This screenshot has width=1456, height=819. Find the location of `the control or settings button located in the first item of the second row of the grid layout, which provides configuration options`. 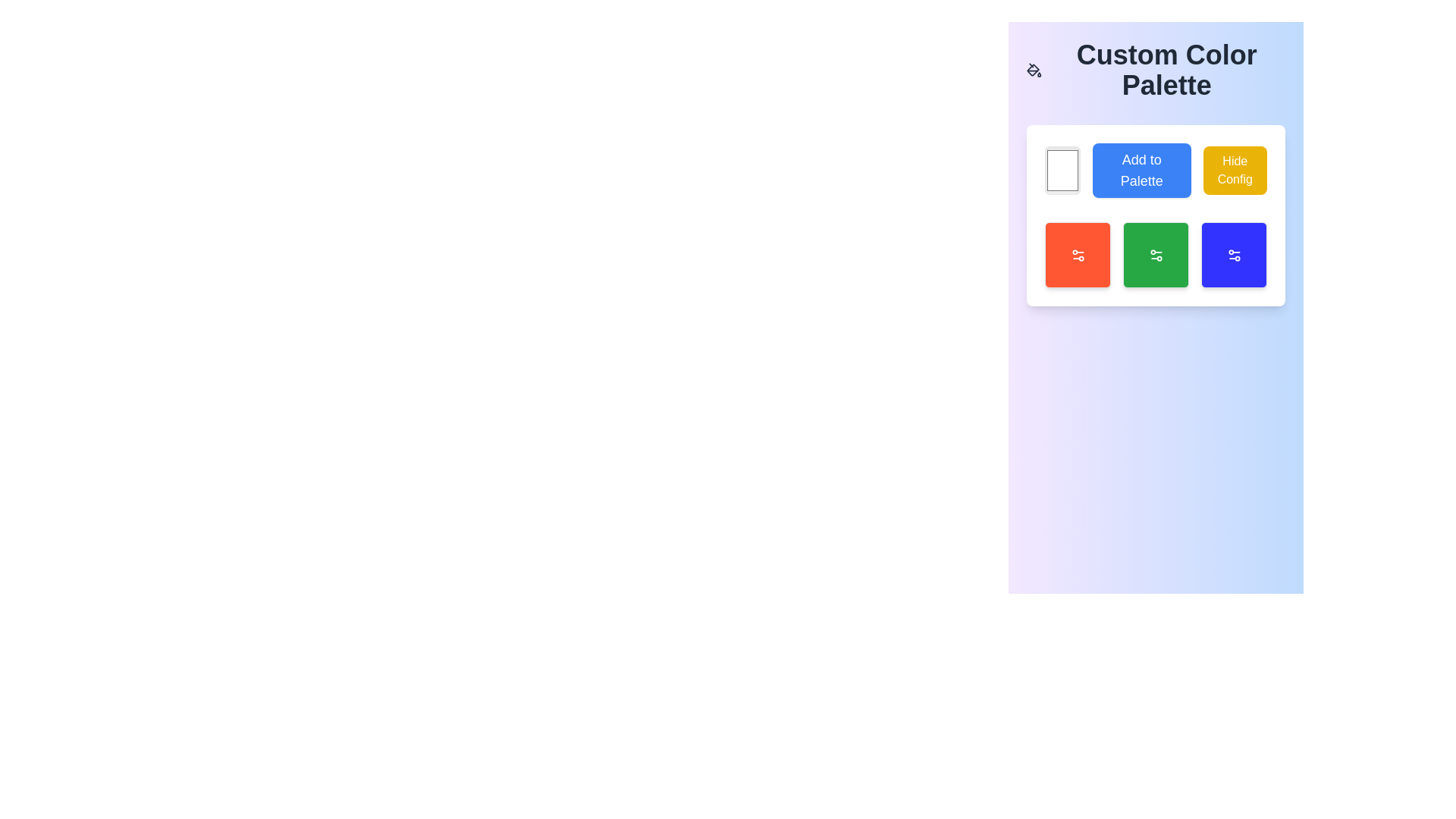

the control or settings button located in the first item of the second row of the grid layout, which provides configuration options is located at coordinates (1077, 254).